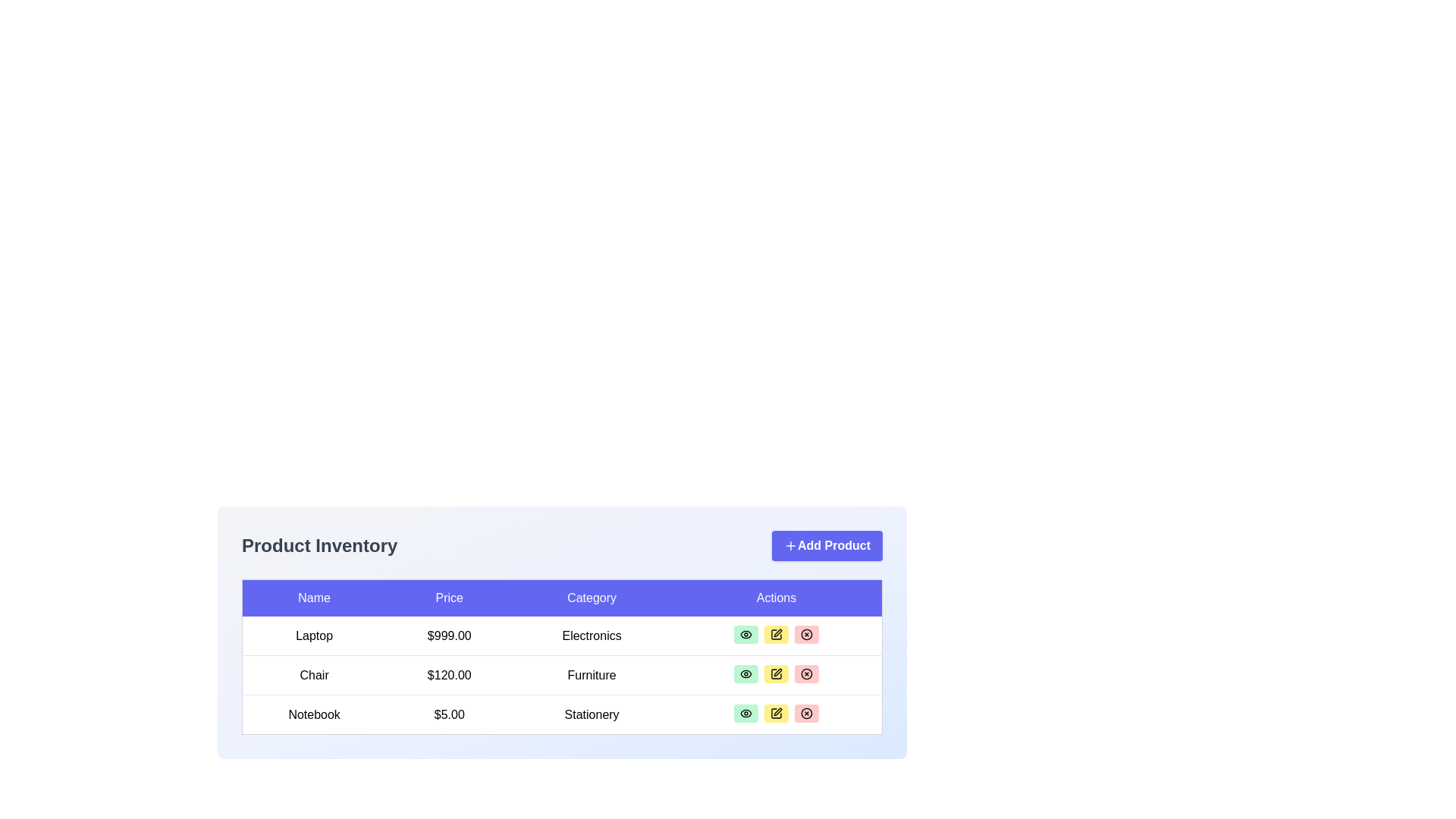  What do you see at coordinates (805, 673) in the screenshot?
I see `the circular red button with a cross inside, located in the 'Actions' column for the 'Chair' item` at bounding box center [805, 673].